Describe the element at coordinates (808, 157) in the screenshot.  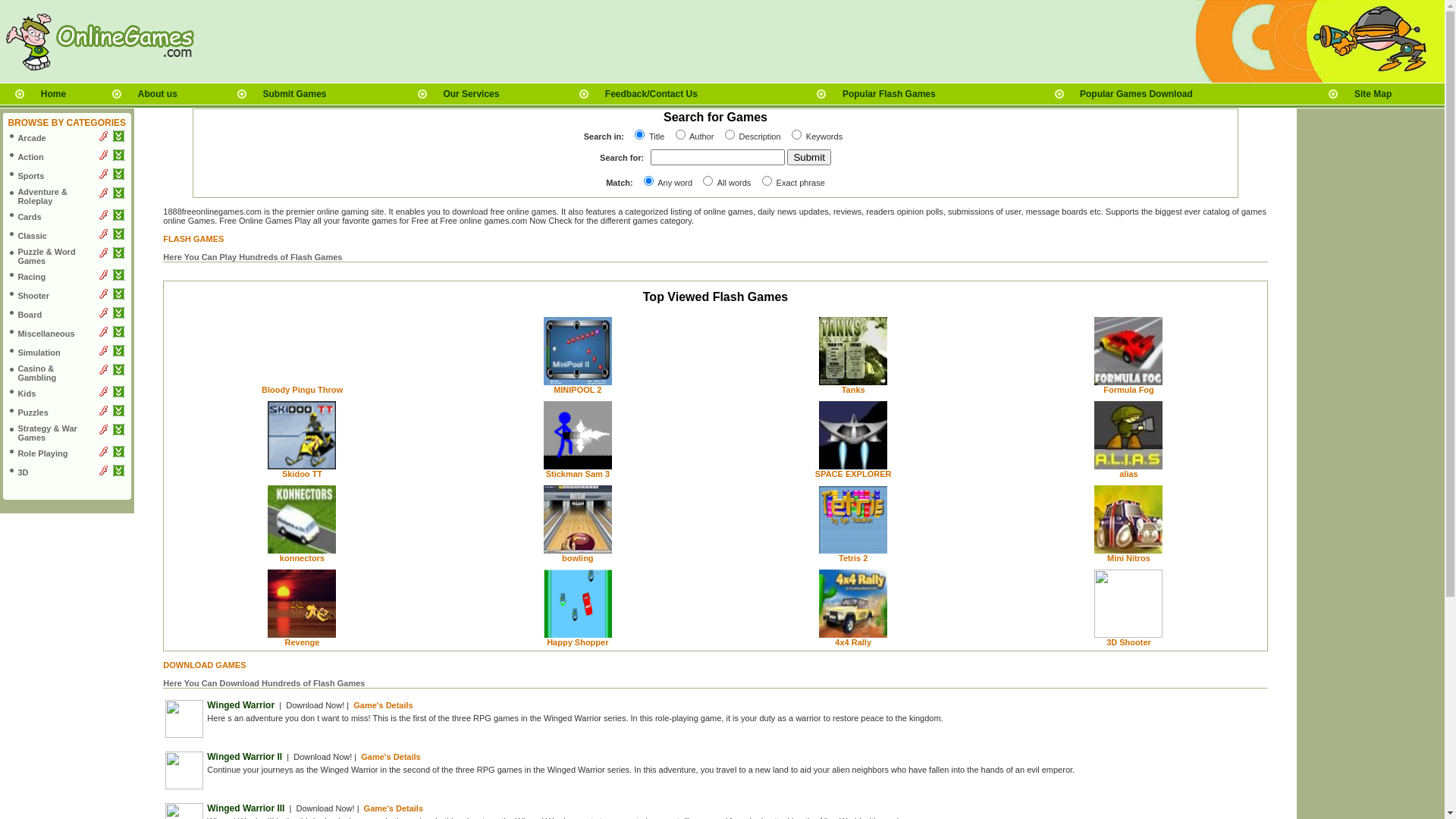
I see `'Submit'` at that location.